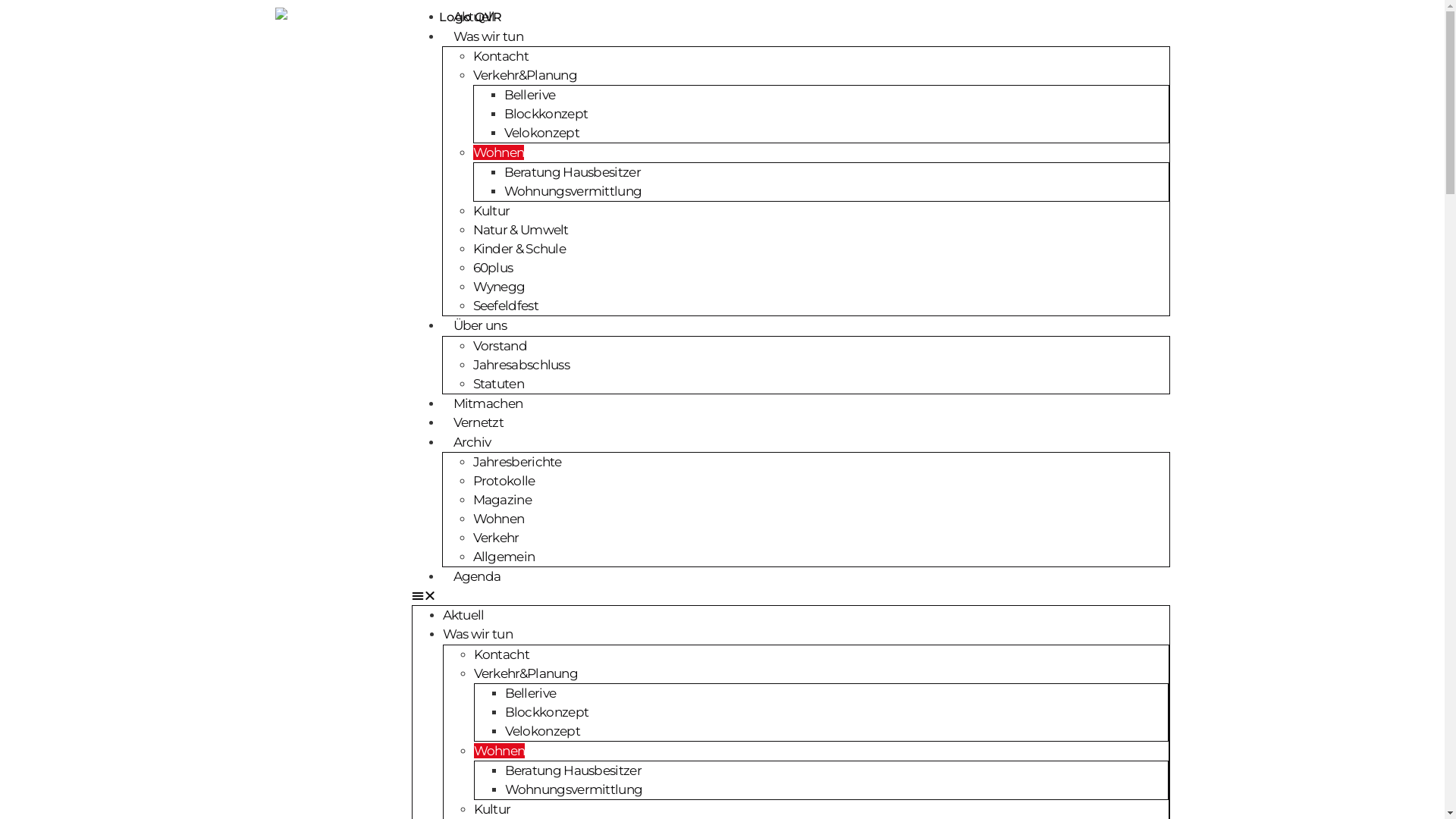  I want to click on 'Velokonzept', so click(542, 730).